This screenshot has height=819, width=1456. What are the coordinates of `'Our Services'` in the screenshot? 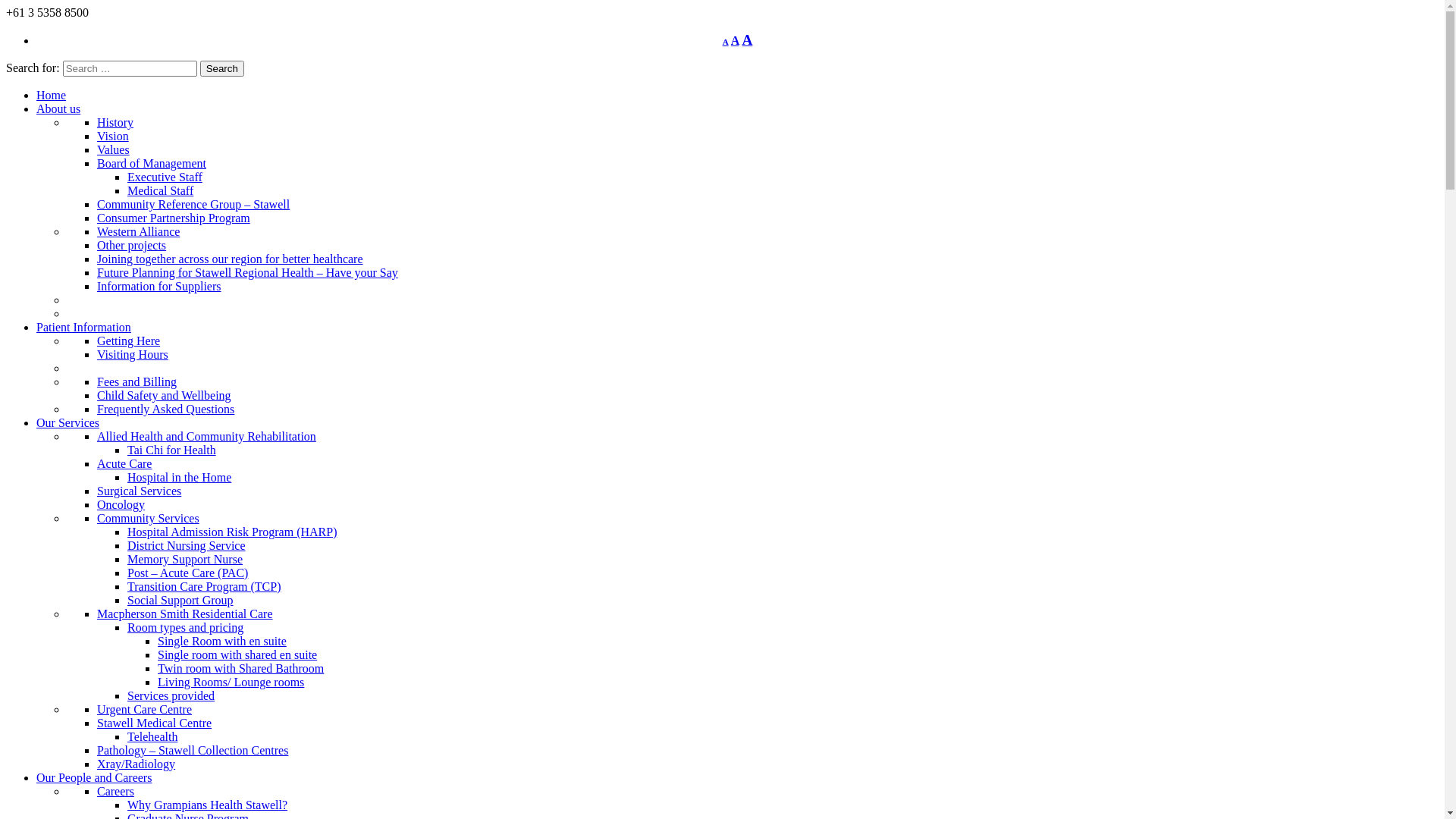 It's located at (36, 422).